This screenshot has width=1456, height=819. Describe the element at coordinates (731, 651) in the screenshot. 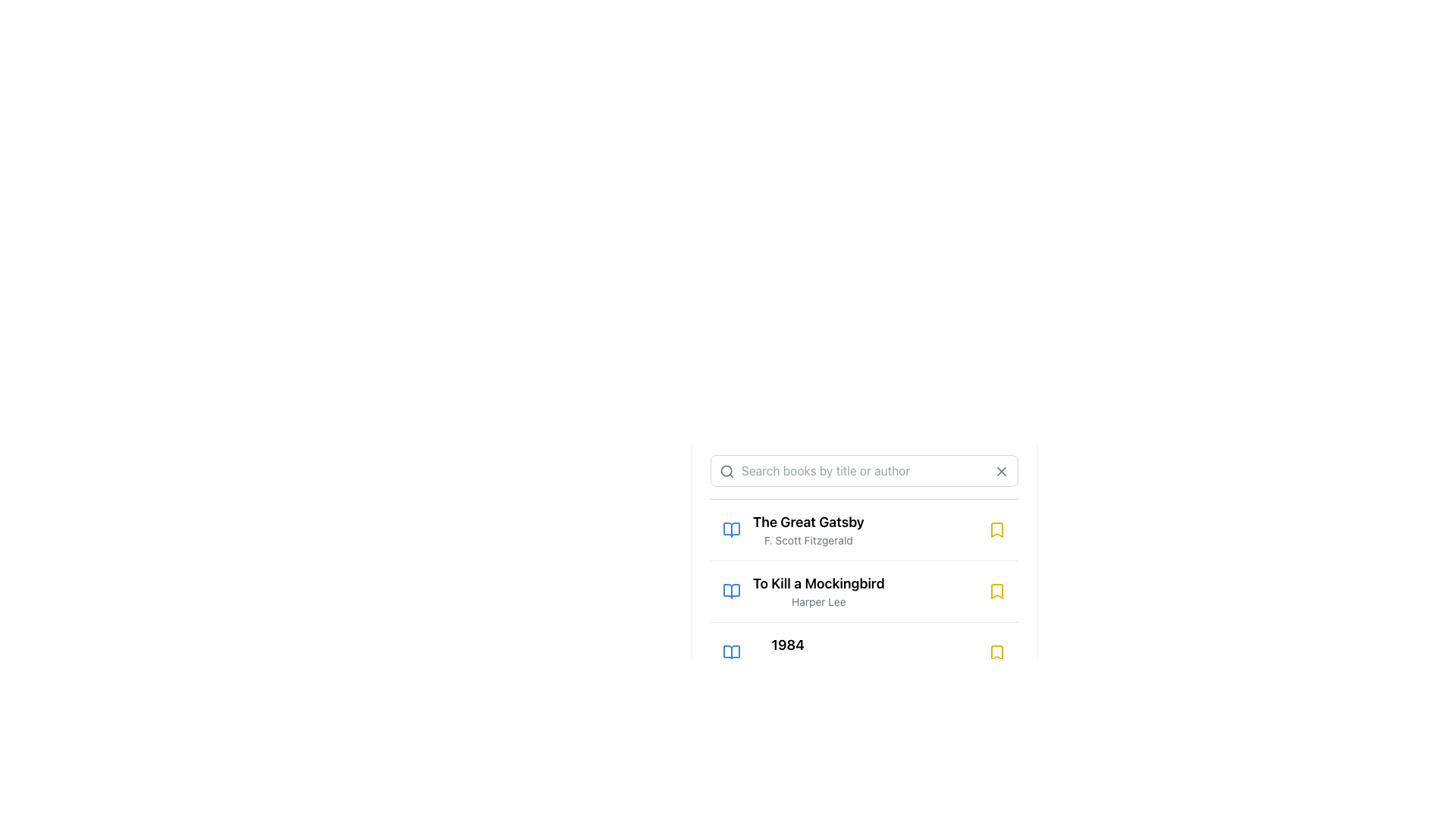

I see `the left page of the open book icon, which is styled with a blue outline and is part of the visual representation for the book title '1984' in the third row of the item list` at that location.